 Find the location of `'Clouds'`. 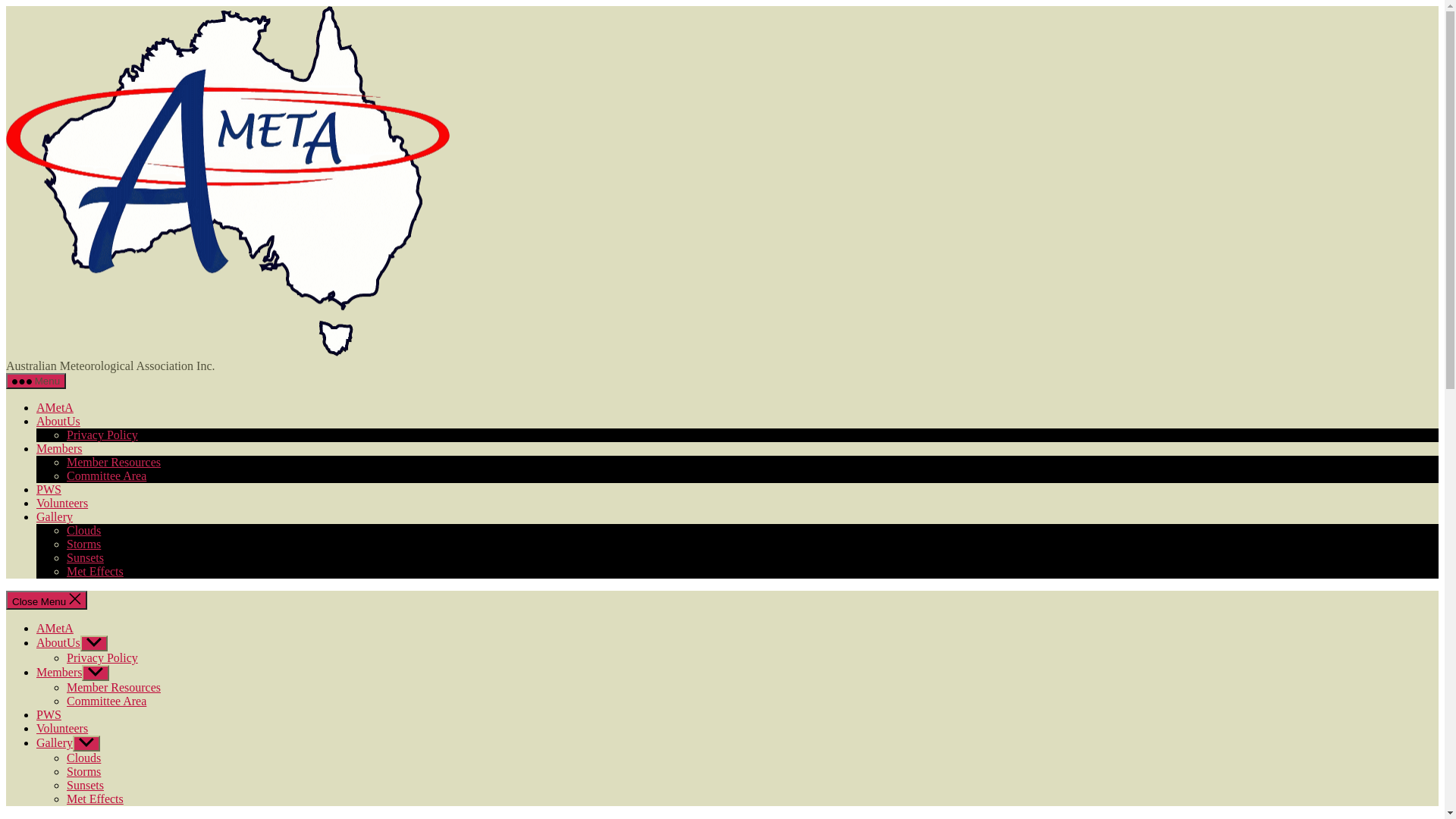

'Clouds' is located at coordinates (83, 529).